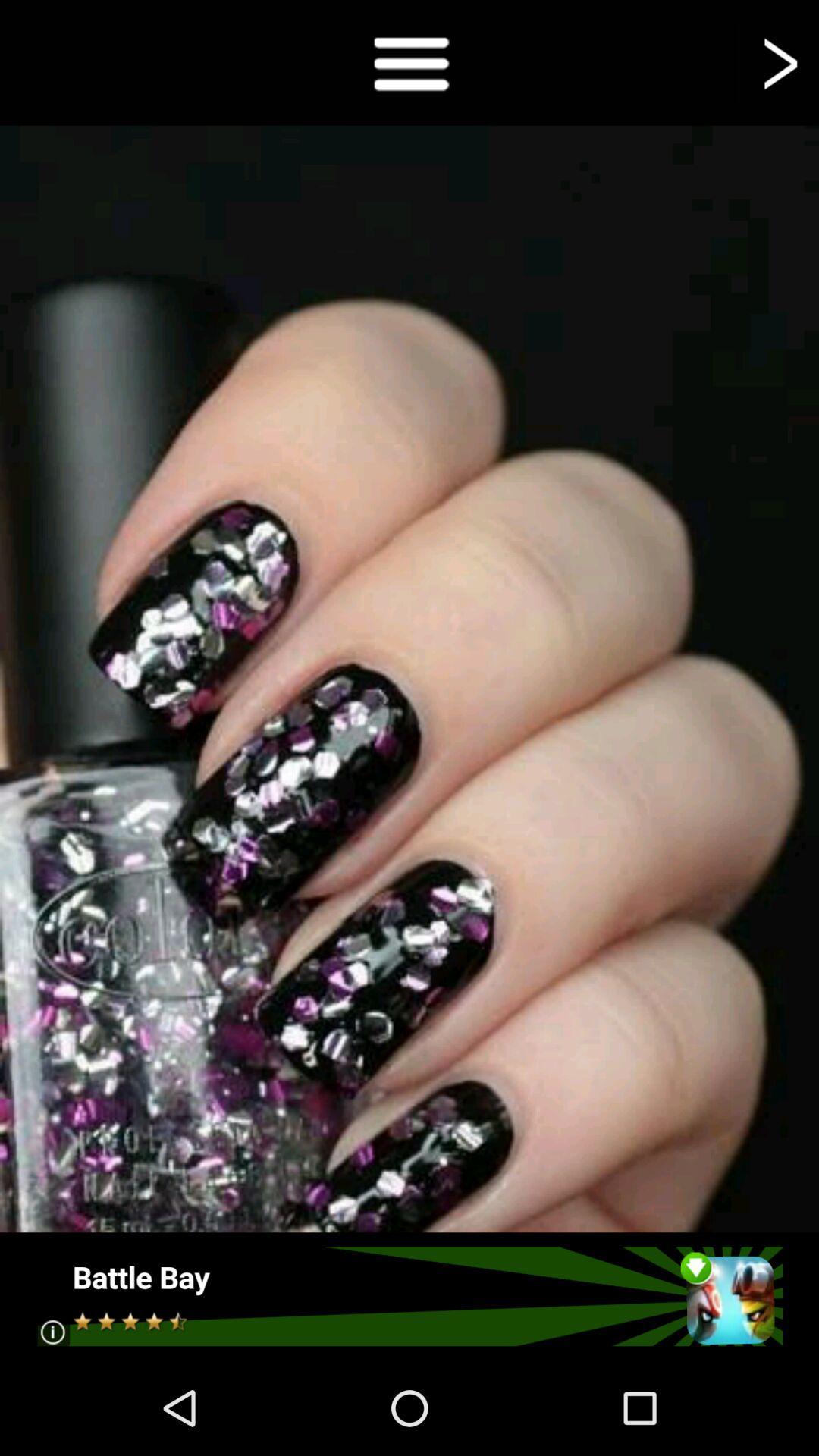 This screenshot has width=819, height=1456. Describe the element at coordinates (408, 1295) in the screenshot. I see `open the advertisement` at that location.